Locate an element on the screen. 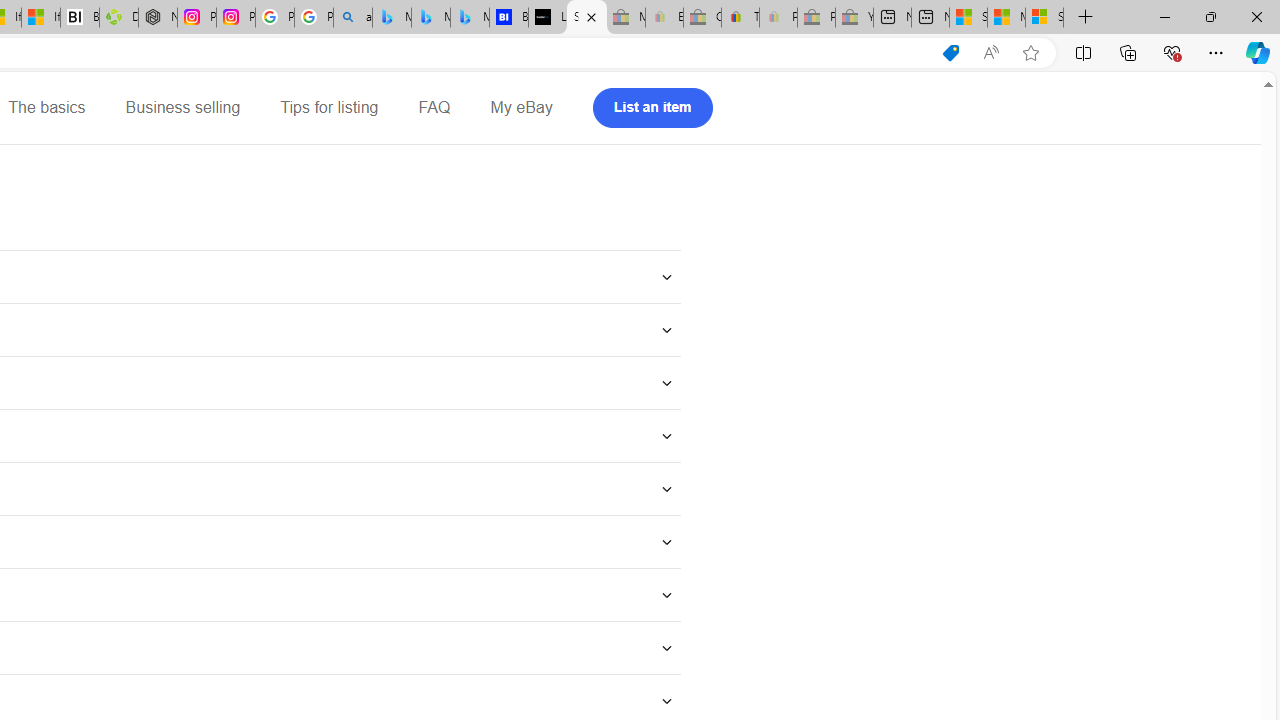 Image resolution: width=1280 pixels, height=720 pixels. 'FAQ' is located at coordinates (433, 108).